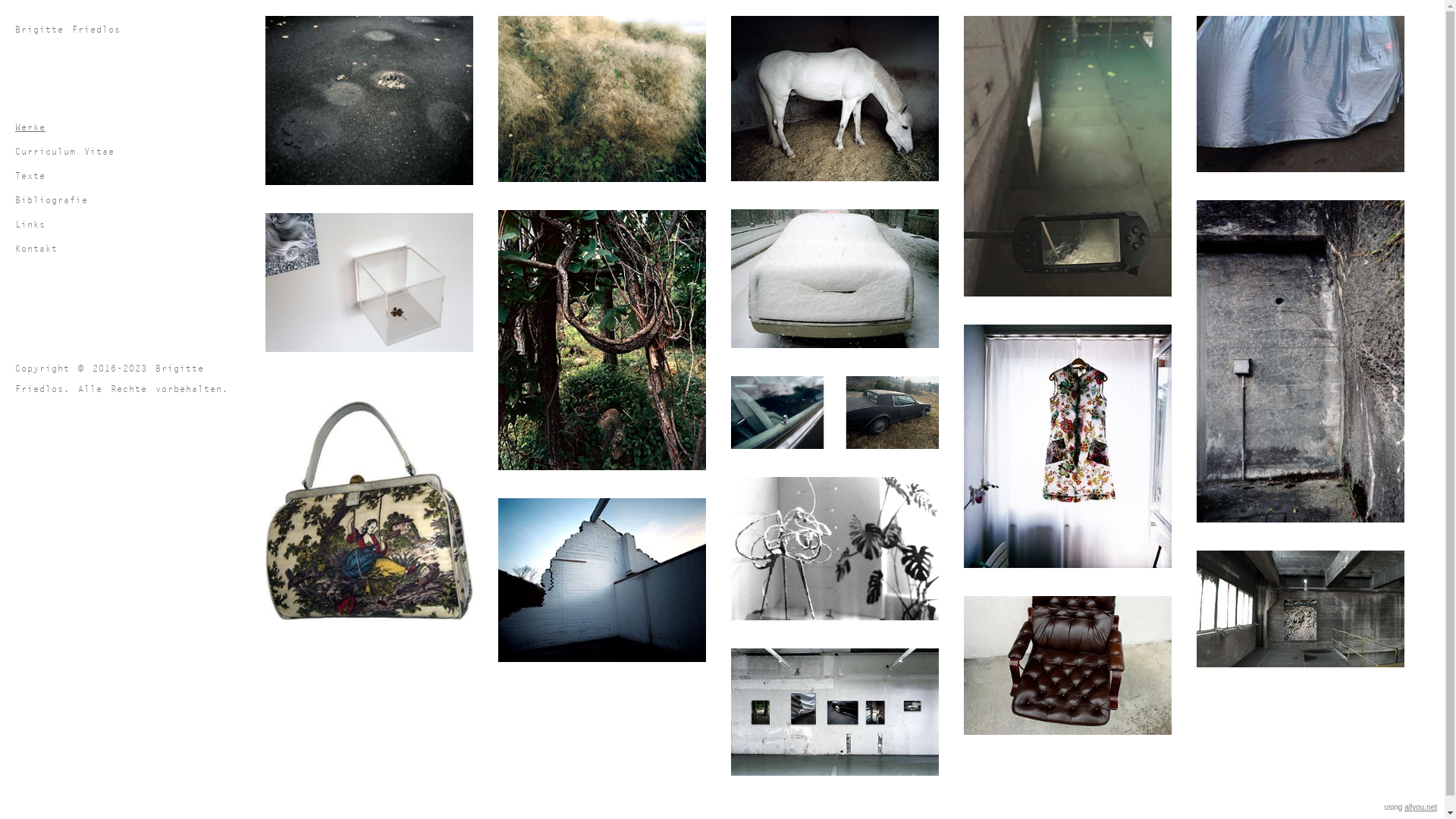  I want to click on 'allyou.net', so click(1420, 806).